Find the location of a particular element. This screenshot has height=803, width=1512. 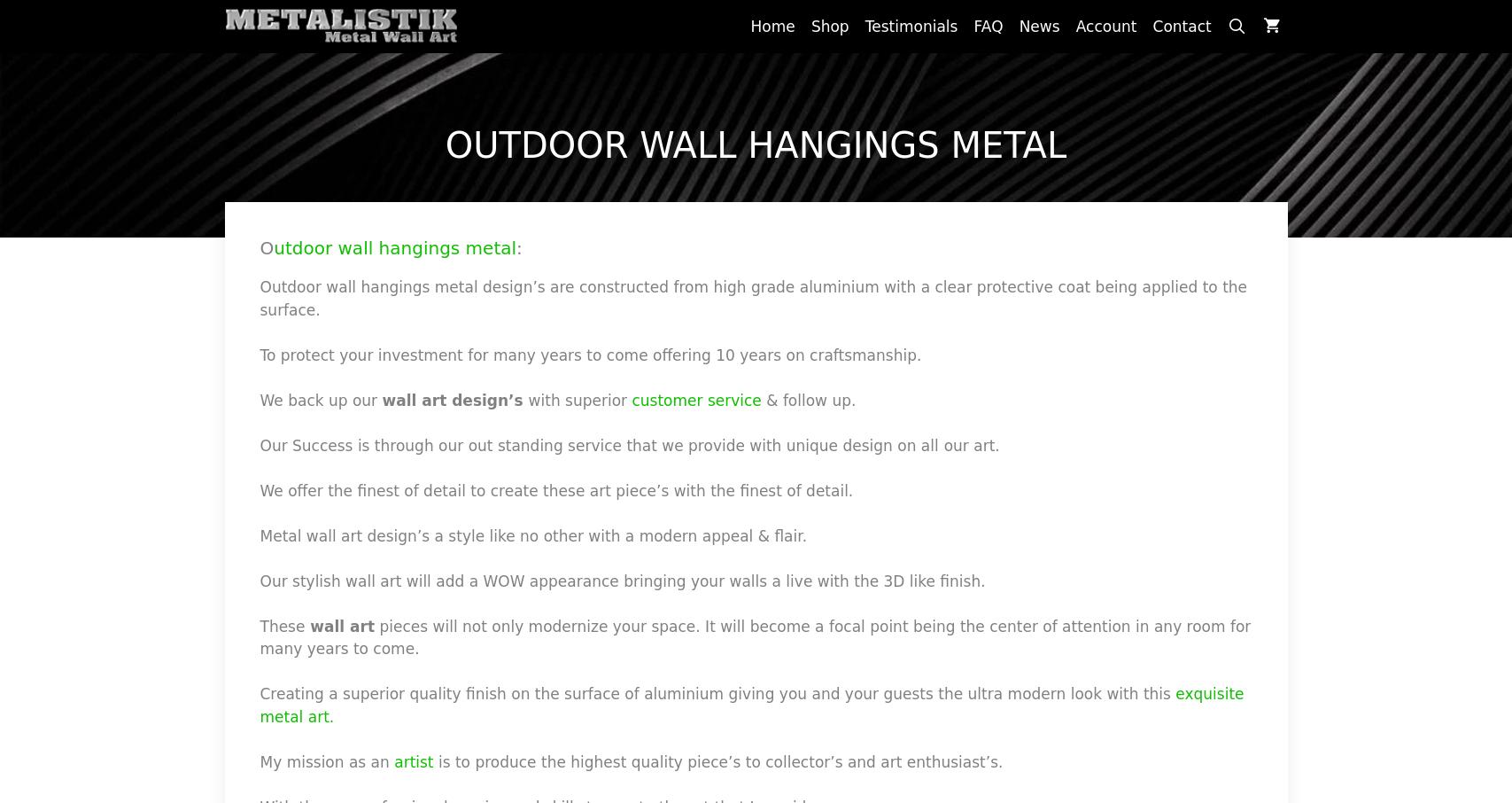

'Creating a superior quality finish on the surface of aluminium giving you and your guests the ultra modern look with this' is located at coordinates (717, 693).